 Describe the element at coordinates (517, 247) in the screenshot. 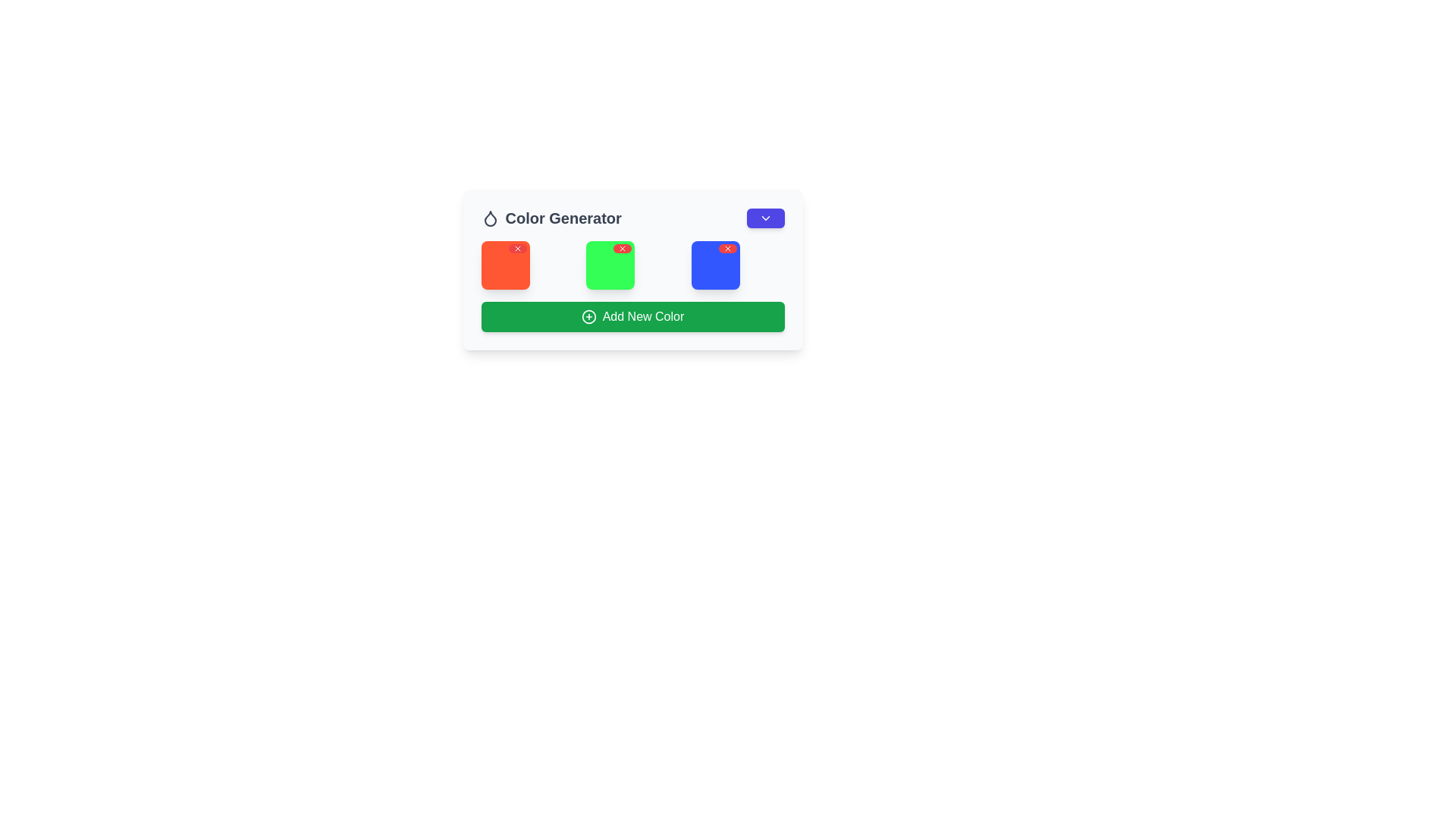

I see `the red 'x' icon located in the top-right corner of the leftmost red square box` at that location.